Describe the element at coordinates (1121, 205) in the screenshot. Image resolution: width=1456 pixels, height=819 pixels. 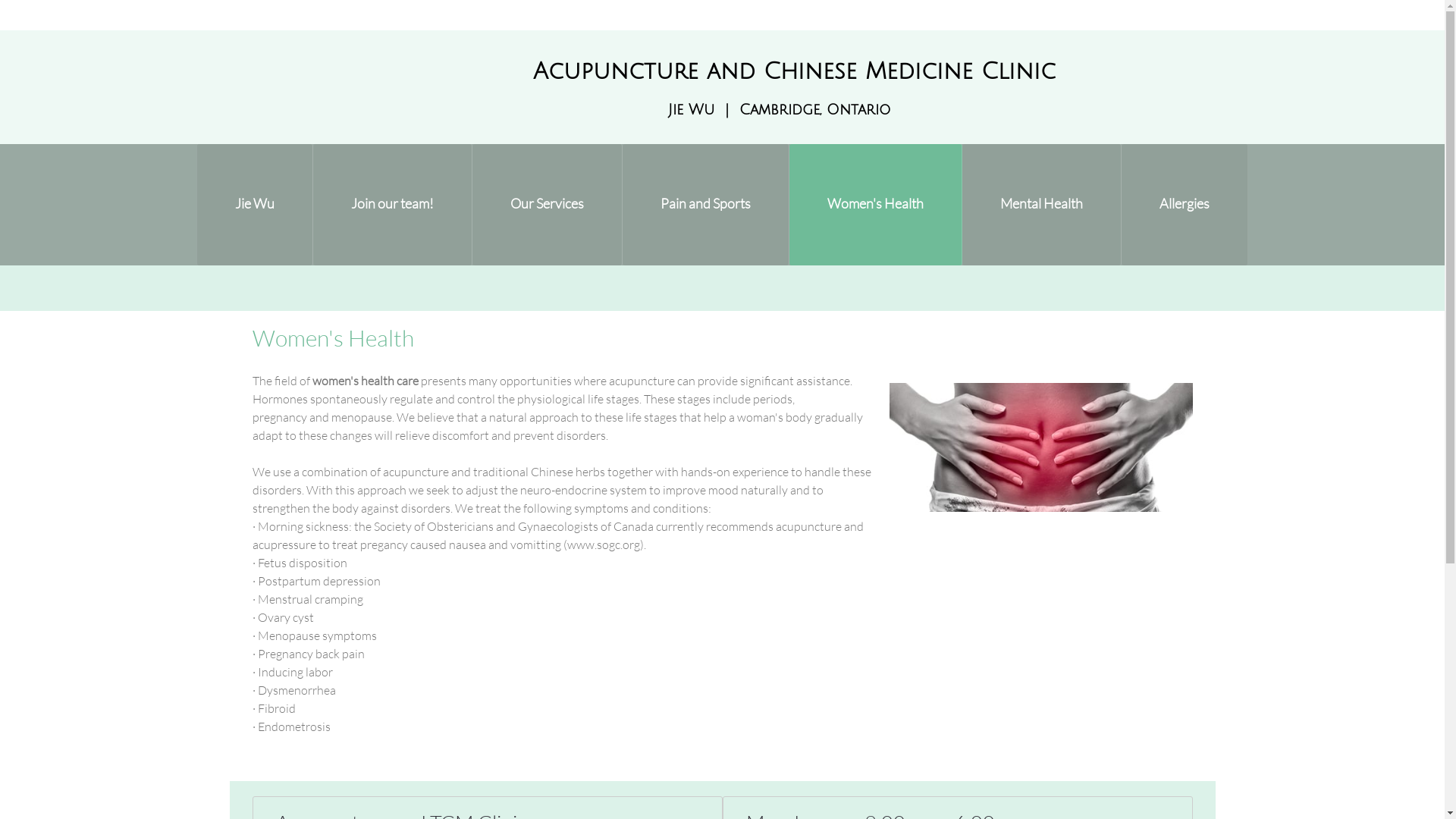
I see `'Allergies'` at that location.